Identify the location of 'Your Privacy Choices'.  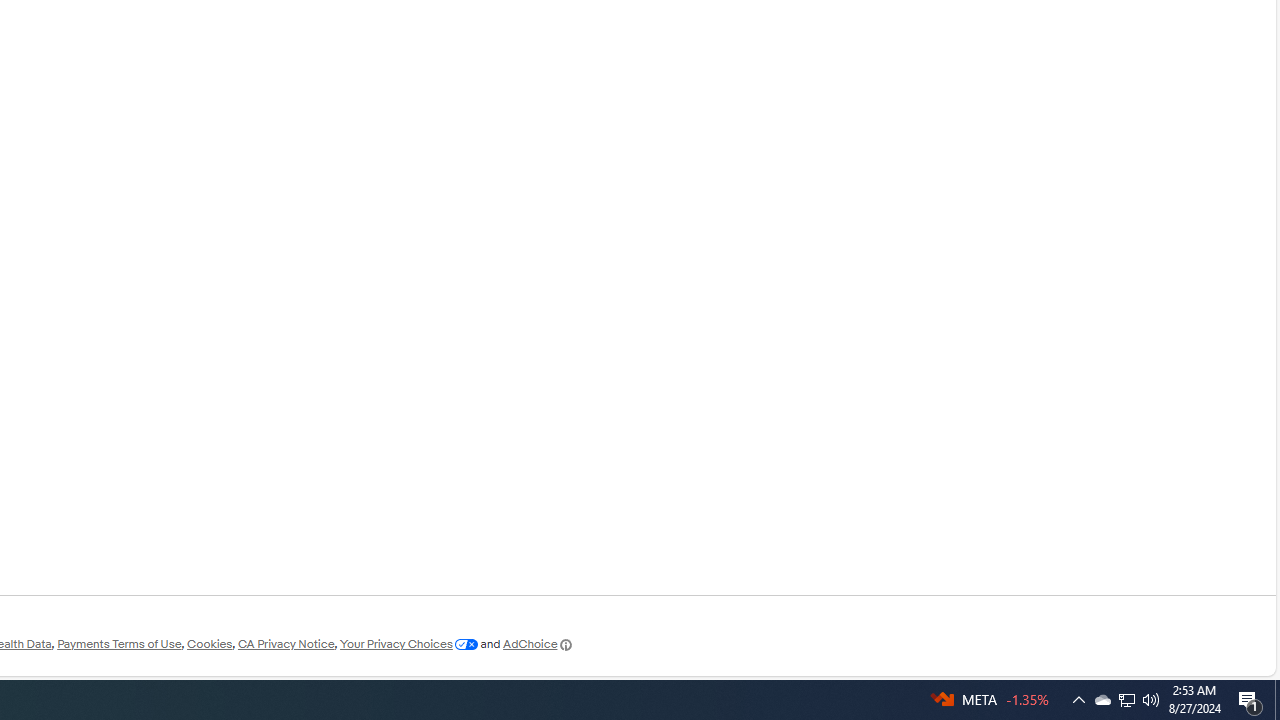
(407, 644).